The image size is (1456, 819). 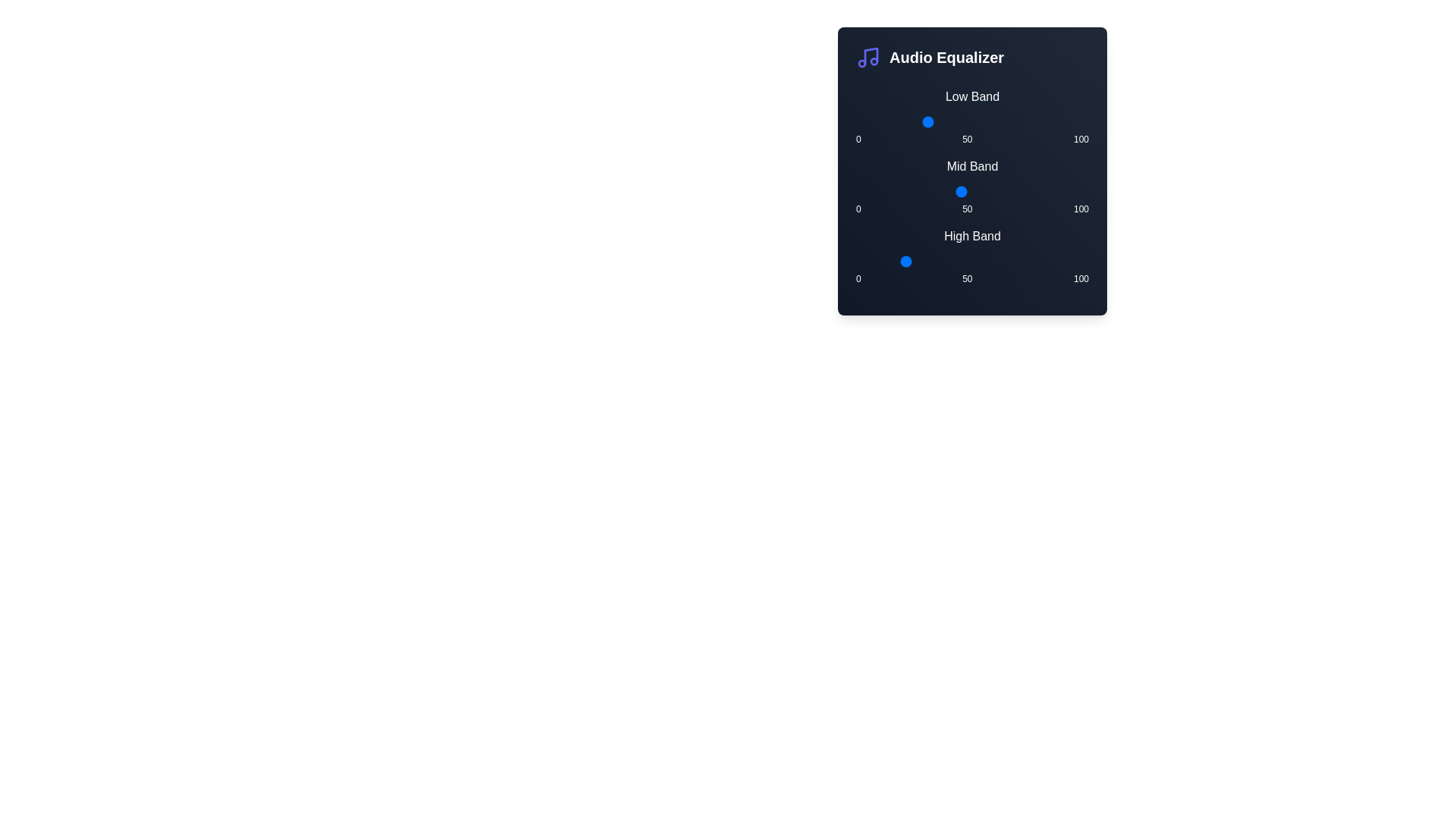 I want to click on the High Band slider to 23, so click(x=909, y=260).